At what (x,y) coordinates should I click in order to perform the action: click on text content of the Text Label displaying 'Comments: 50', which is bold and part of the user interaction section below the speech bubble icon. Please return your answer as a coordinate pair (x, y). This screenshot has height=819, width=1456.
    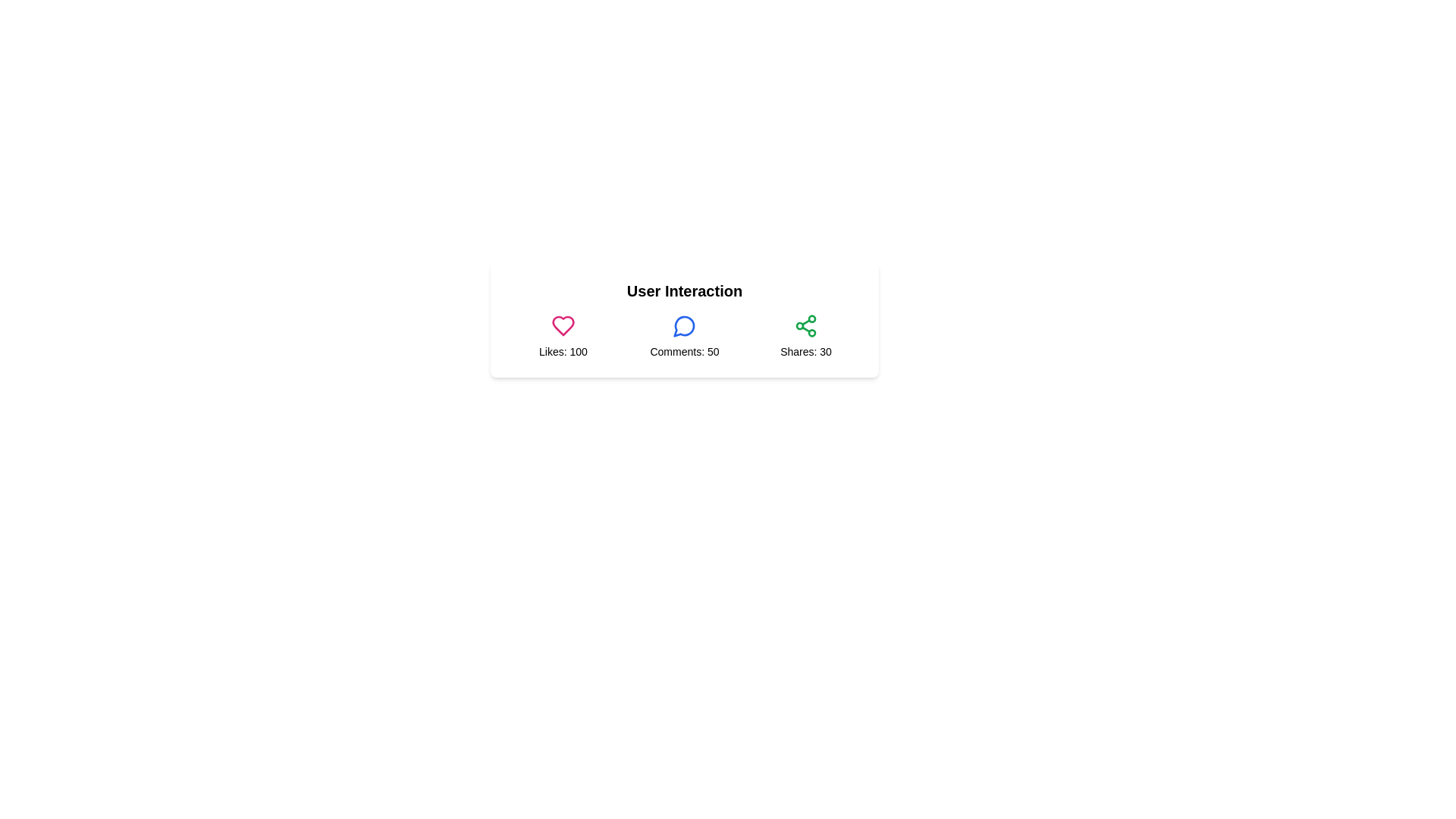
    Looking at the image, I should click on (683, 351).